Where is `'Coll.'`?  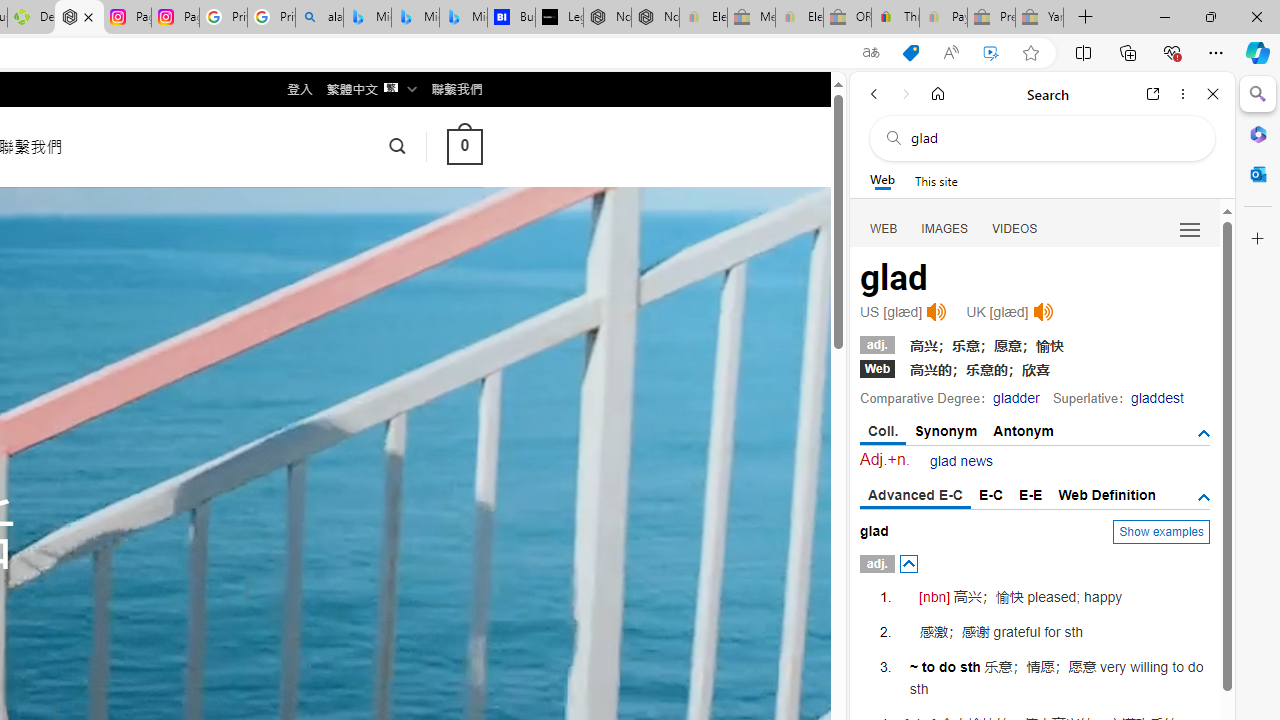
'Coll.' is located at coordinates (882, 431).